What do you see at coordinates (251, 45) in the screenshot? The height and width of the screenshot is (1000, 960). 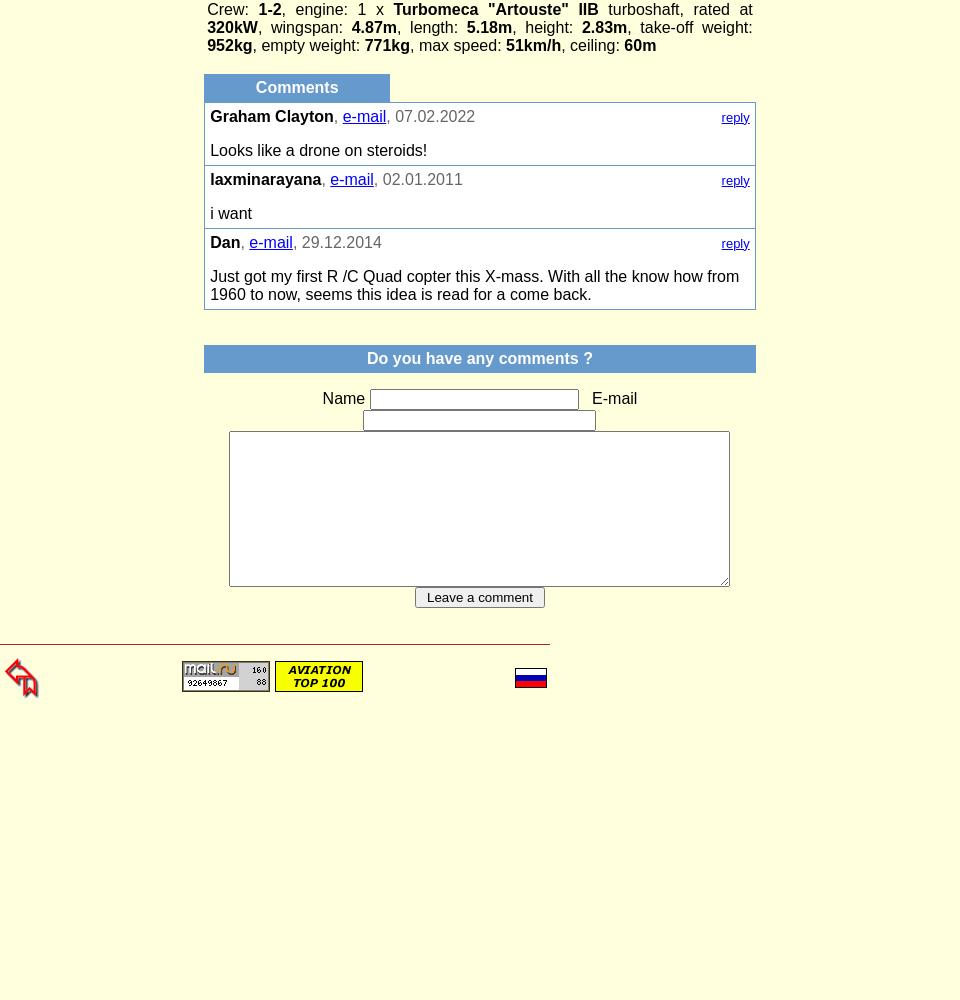 I see `',
empty weight:'` at bounding box center [251, 45].